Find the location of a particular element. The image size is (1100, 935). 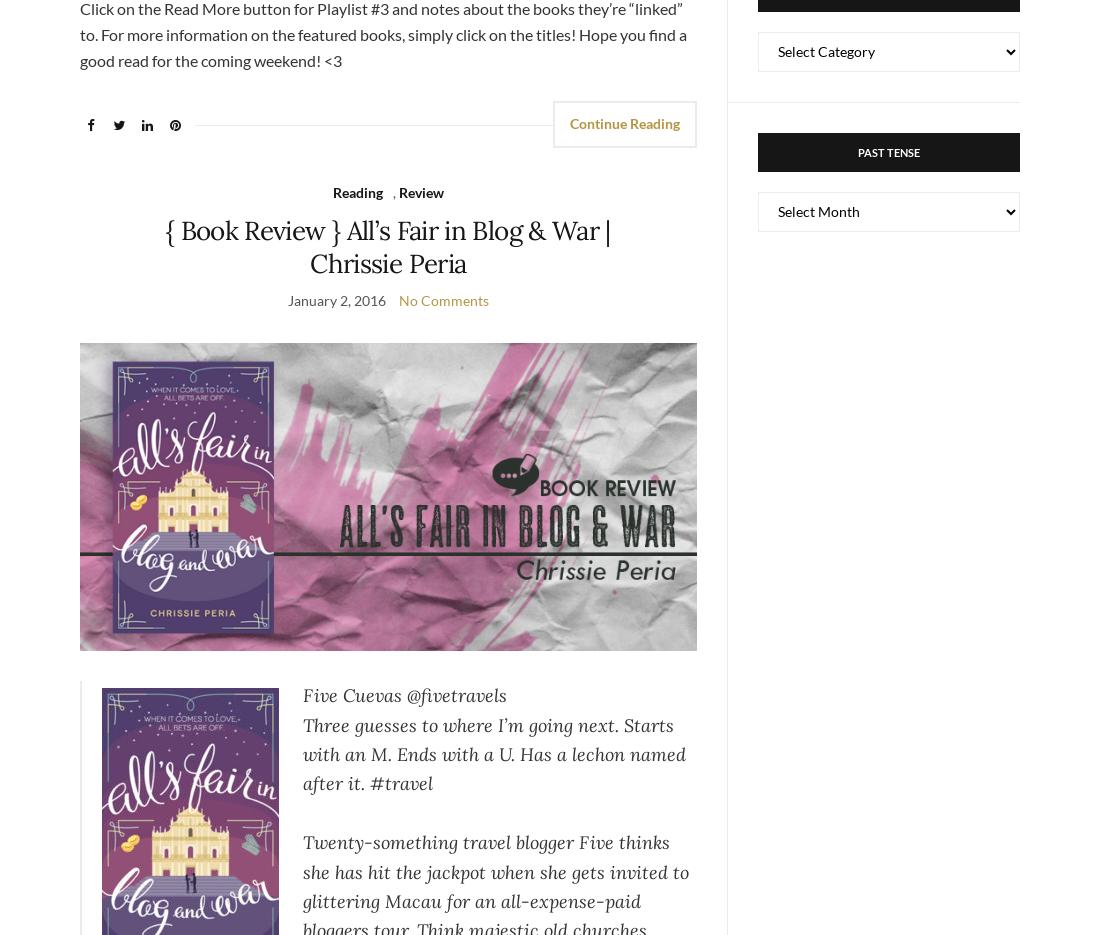

'Reading' is located at coordinates (356, 190).